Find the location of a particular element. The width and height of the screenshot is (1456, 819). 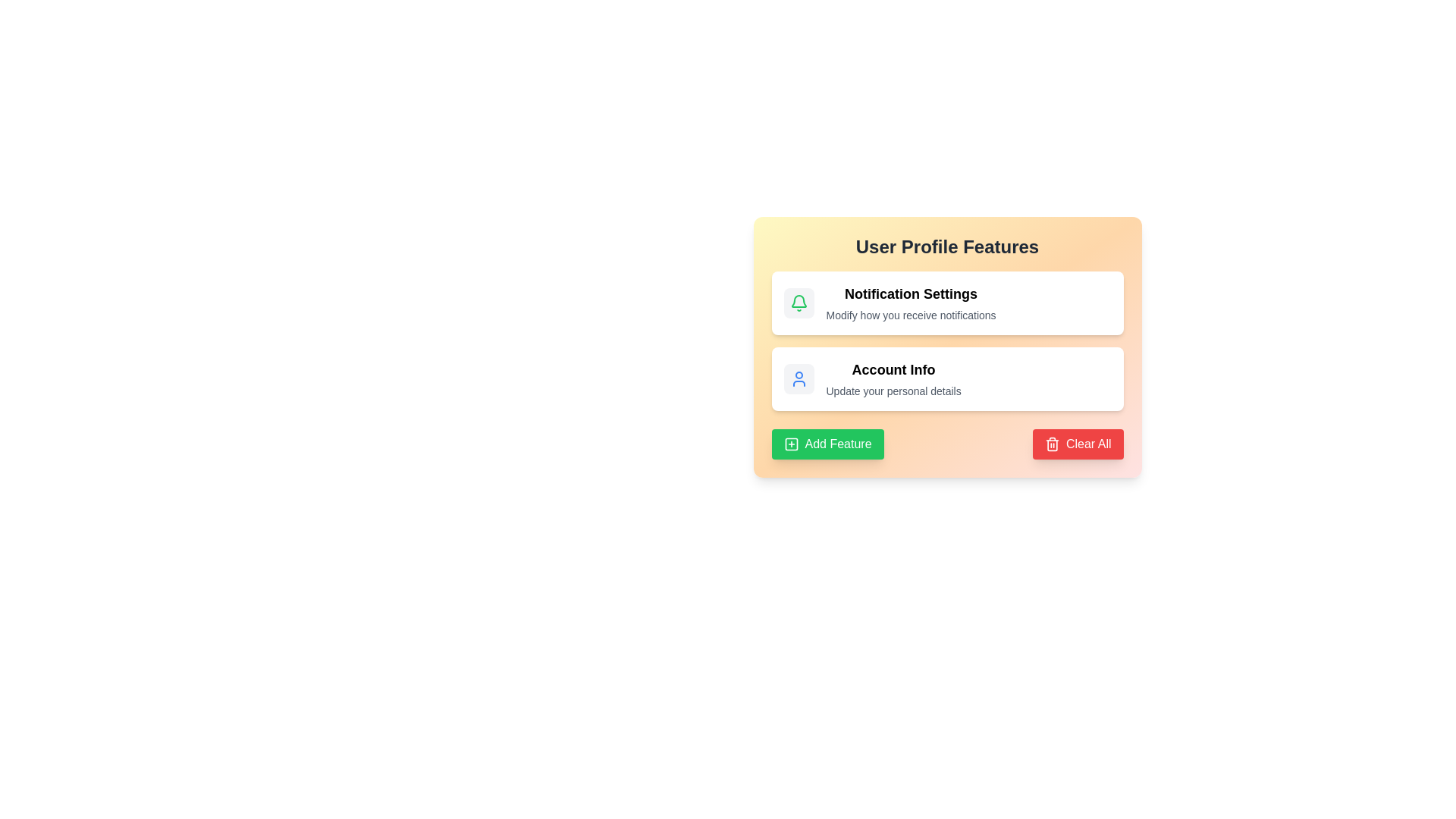

text block that provides the title and description for the 'Notification Settings' feature, located in the upper half of the 'User Profile Features' card, to the right of a green bell icon is located at coordinates (910, 303).